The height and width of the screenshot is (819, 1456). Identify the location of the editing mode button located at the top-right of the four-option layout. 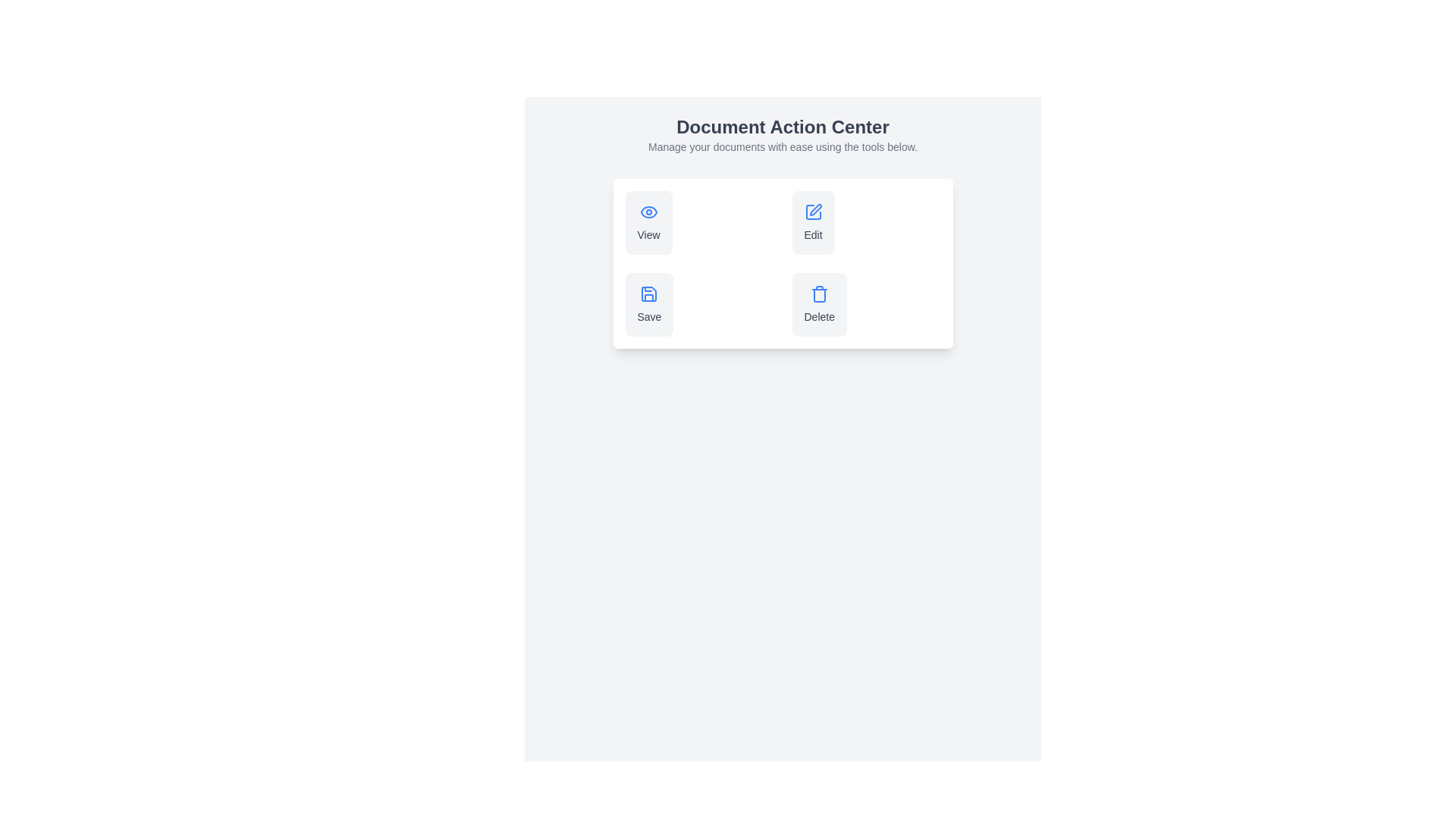
(812, 222).